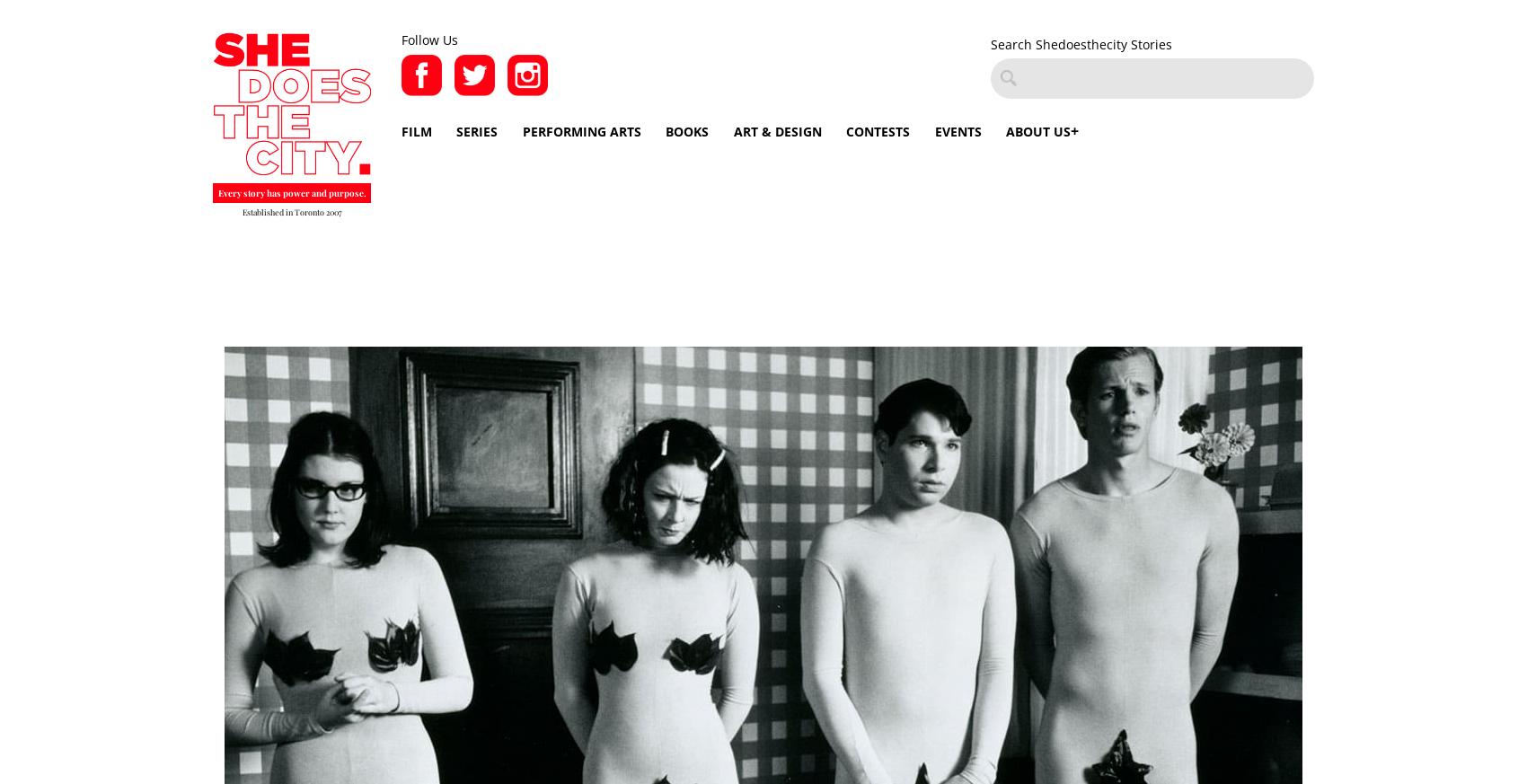 The height and width of the screenshot is (784, 1527). What do you see at coordinates (290, 191) in the screenshot?
I see `'Every story has power and purpose.'` at bounding box center [290, 191].